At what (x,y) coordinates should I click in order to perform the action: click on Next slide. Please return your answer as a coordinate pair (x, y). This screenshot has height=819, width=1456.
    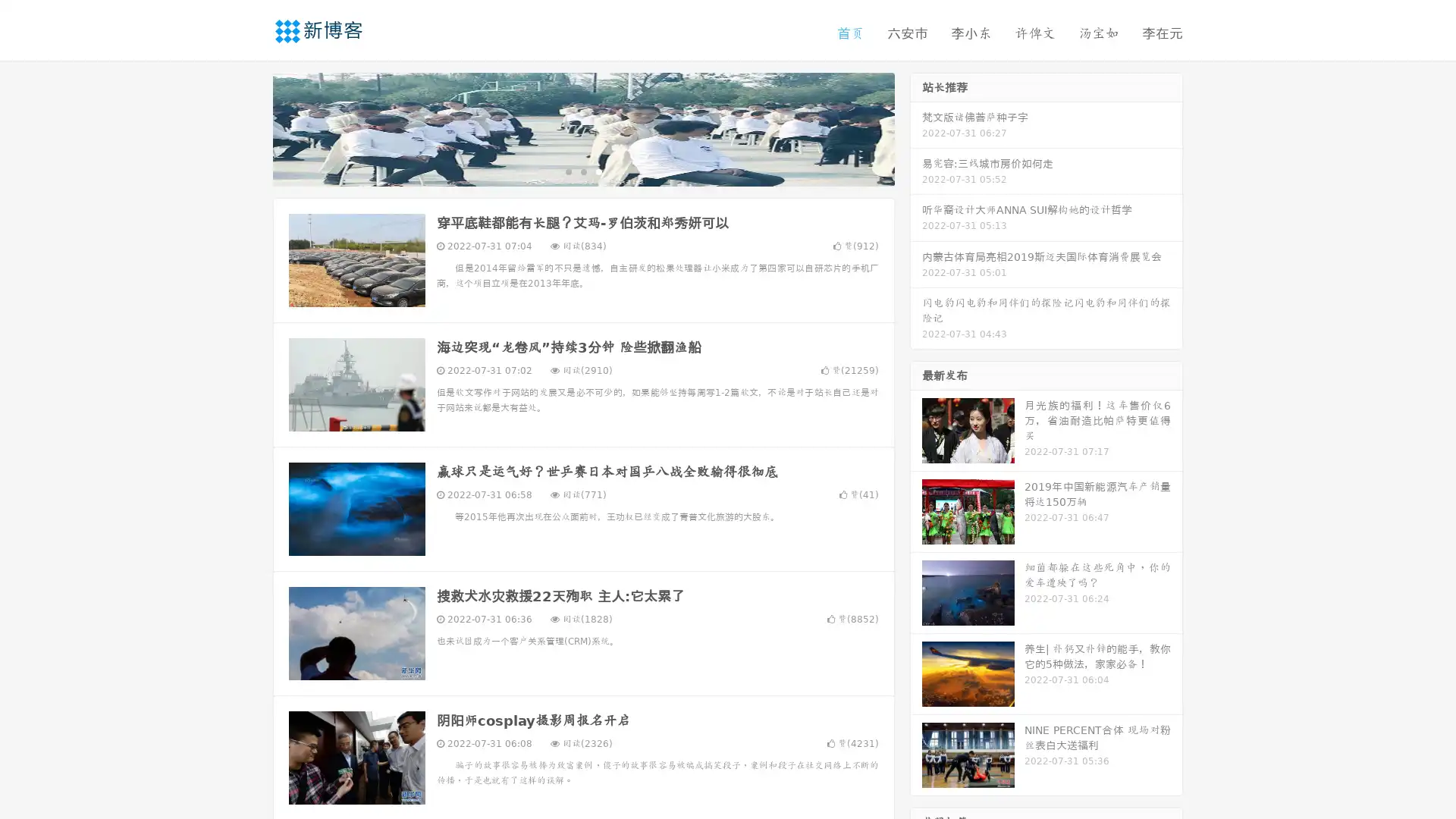
    Looking at the image, I should click on (916, 127).